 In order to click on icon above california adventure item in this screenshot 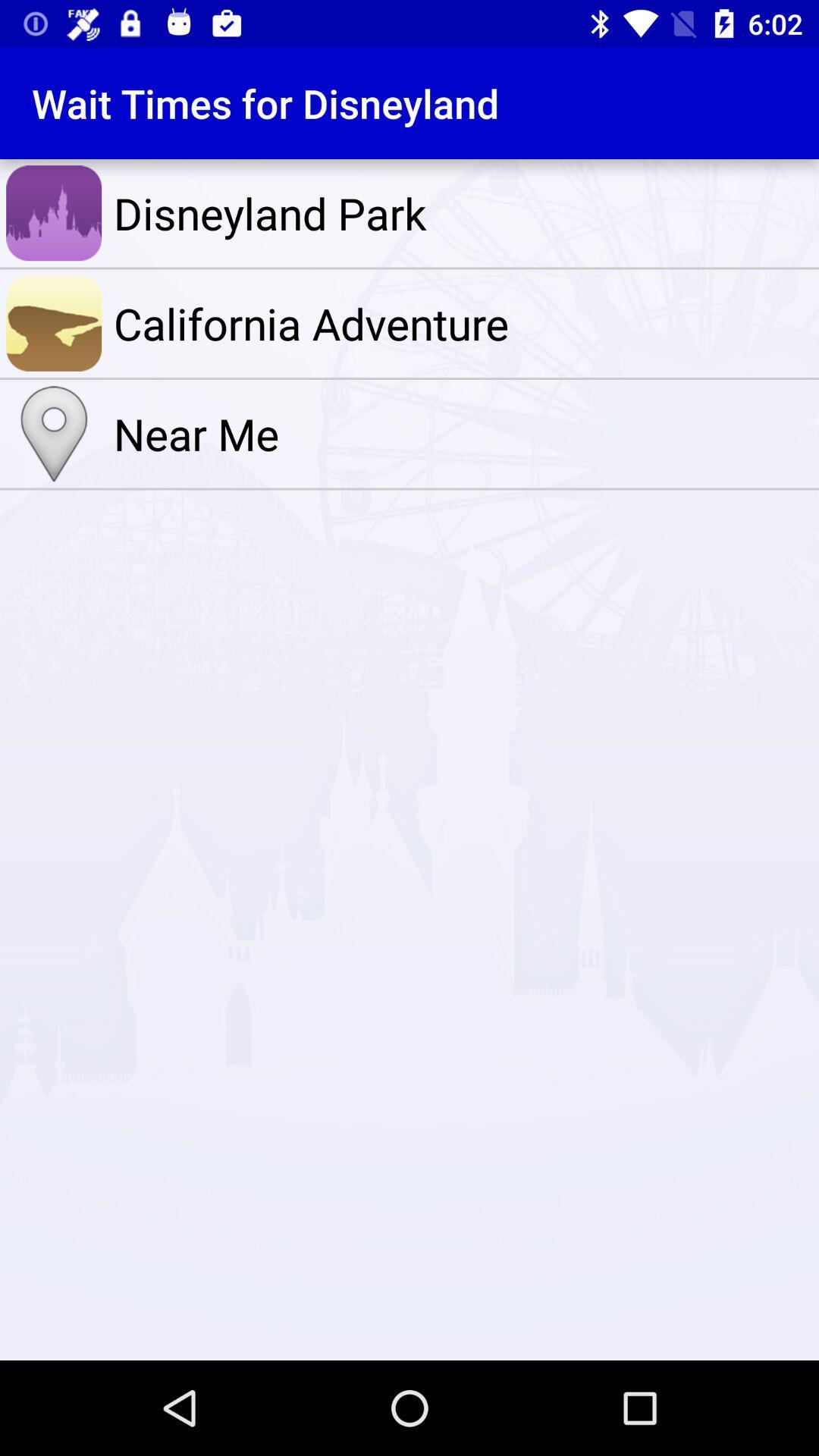, I will do `click(462, 212)`.